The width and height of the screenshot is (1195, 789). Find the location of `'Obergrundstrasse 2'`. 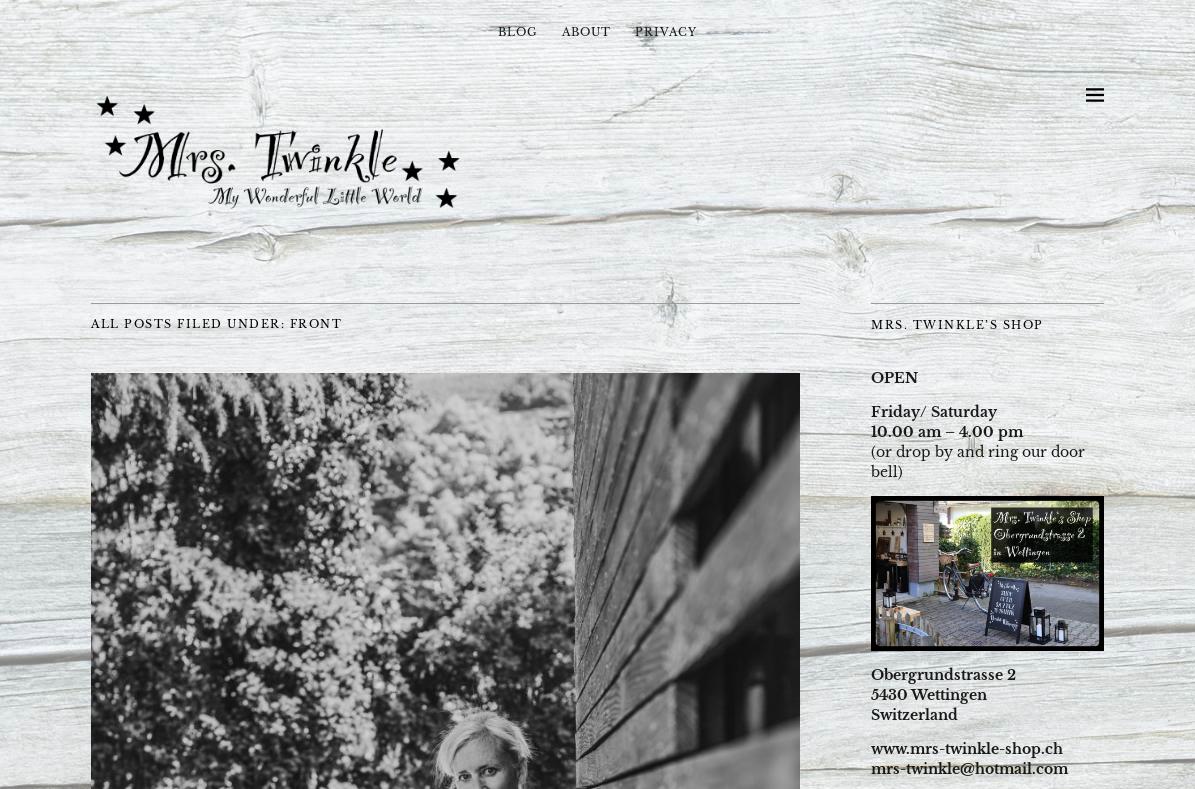

'Obergrundstrasse 2' is located at coordinates (943, 673).